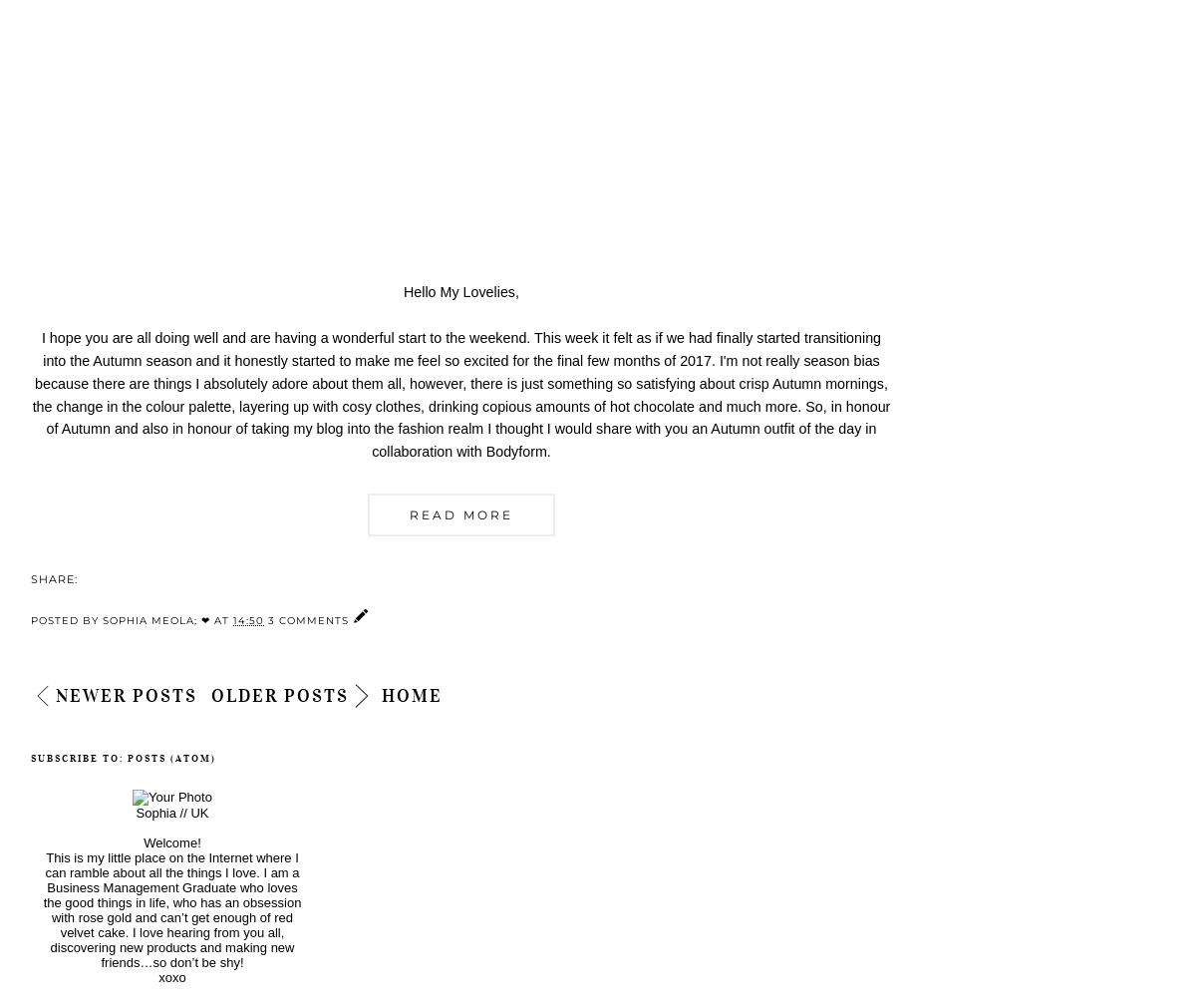 The width and height of the screenshot is (1204, 1004). What do you see at coordinates (78, 757) in the screenshot?
I see `'Subscribe to:'` at bounding box center [78, 757].